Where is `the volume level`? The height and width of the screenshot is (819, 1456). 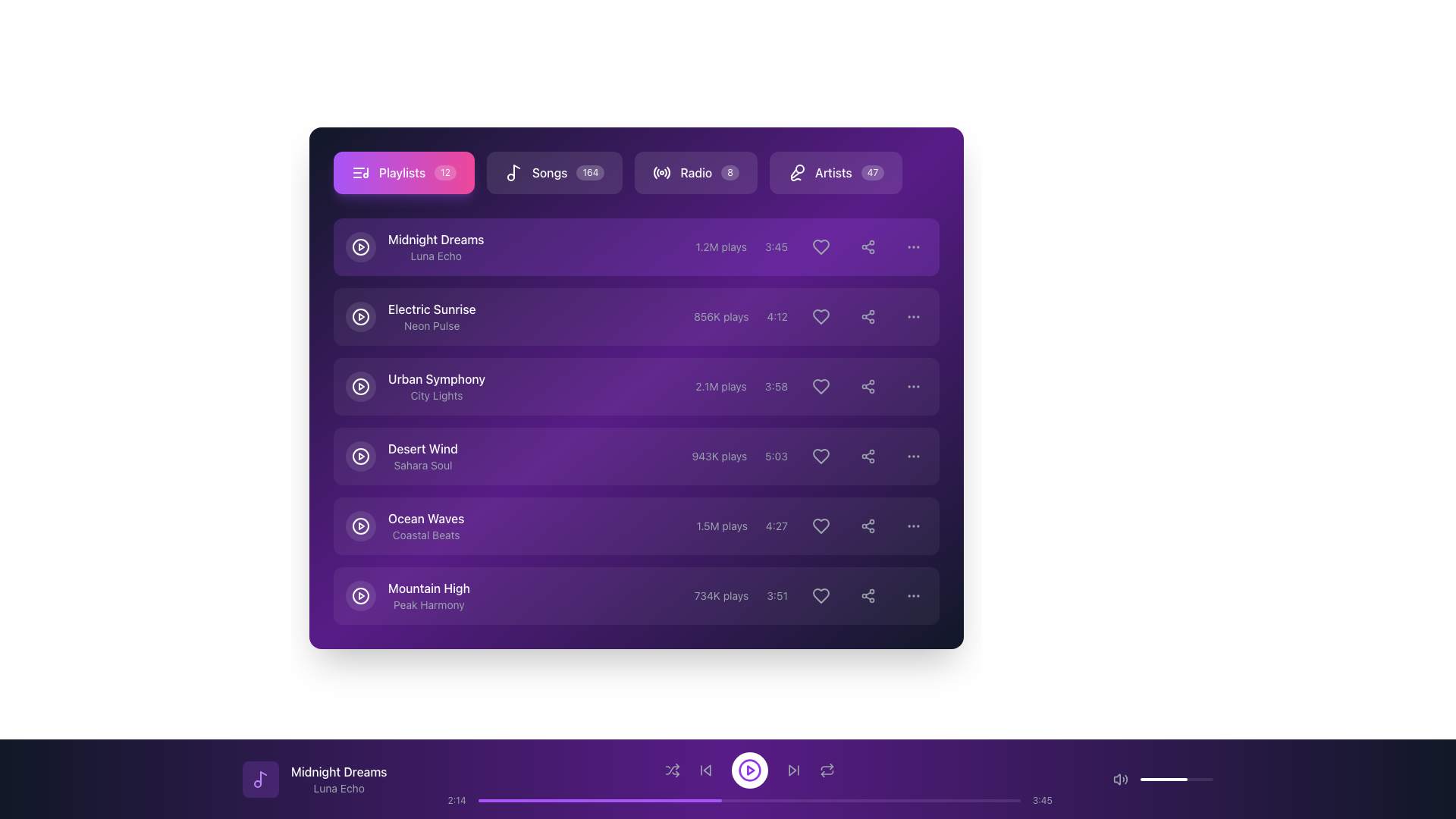 the volume level is located at coordinates (1163, 780).